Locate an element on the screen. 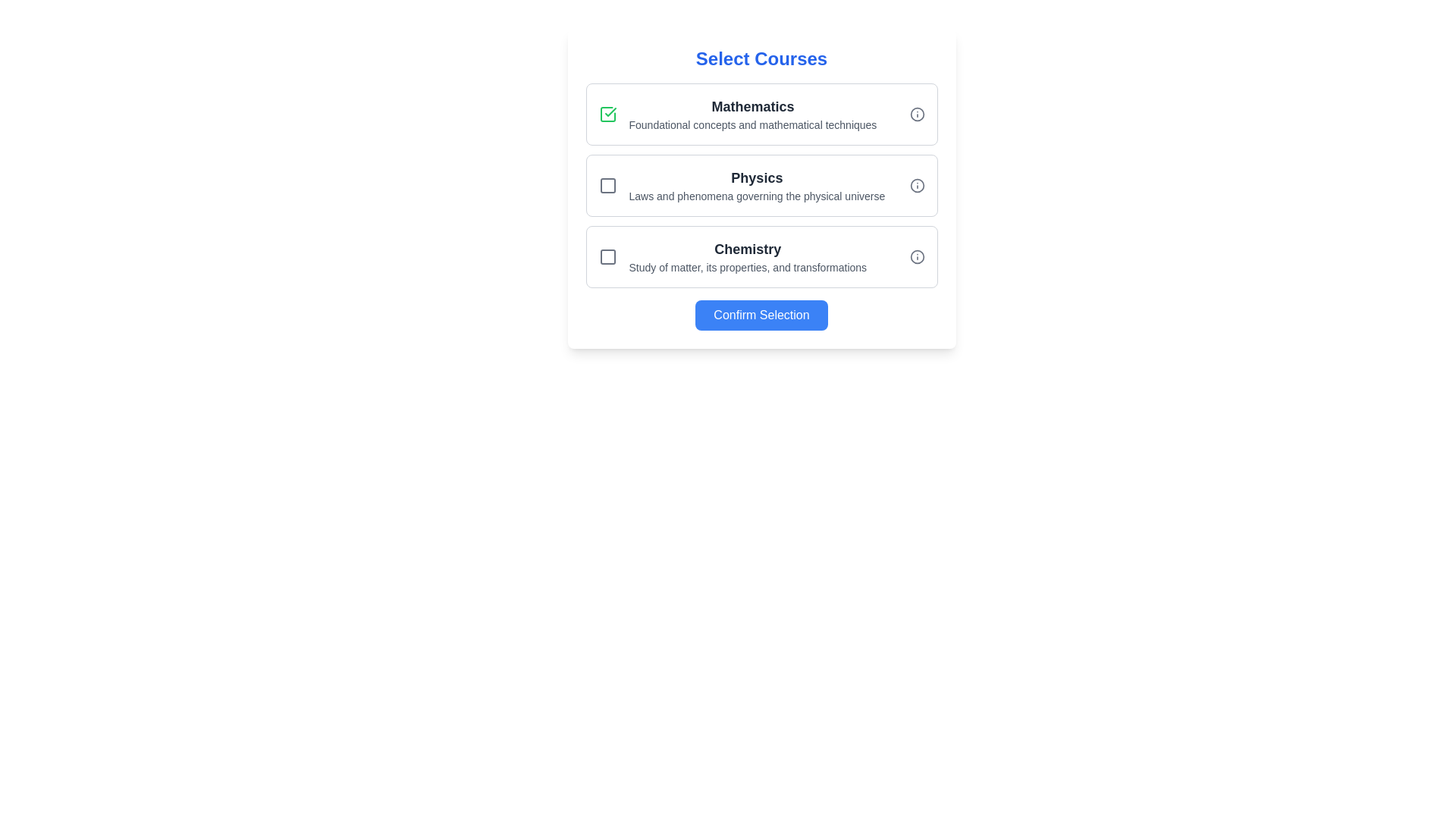 The height and width of the screenshot is (819, 1456). the bold-styled text label displaying 'Physics' located in the center of the second course selection card is located at coordinates (757, 177).